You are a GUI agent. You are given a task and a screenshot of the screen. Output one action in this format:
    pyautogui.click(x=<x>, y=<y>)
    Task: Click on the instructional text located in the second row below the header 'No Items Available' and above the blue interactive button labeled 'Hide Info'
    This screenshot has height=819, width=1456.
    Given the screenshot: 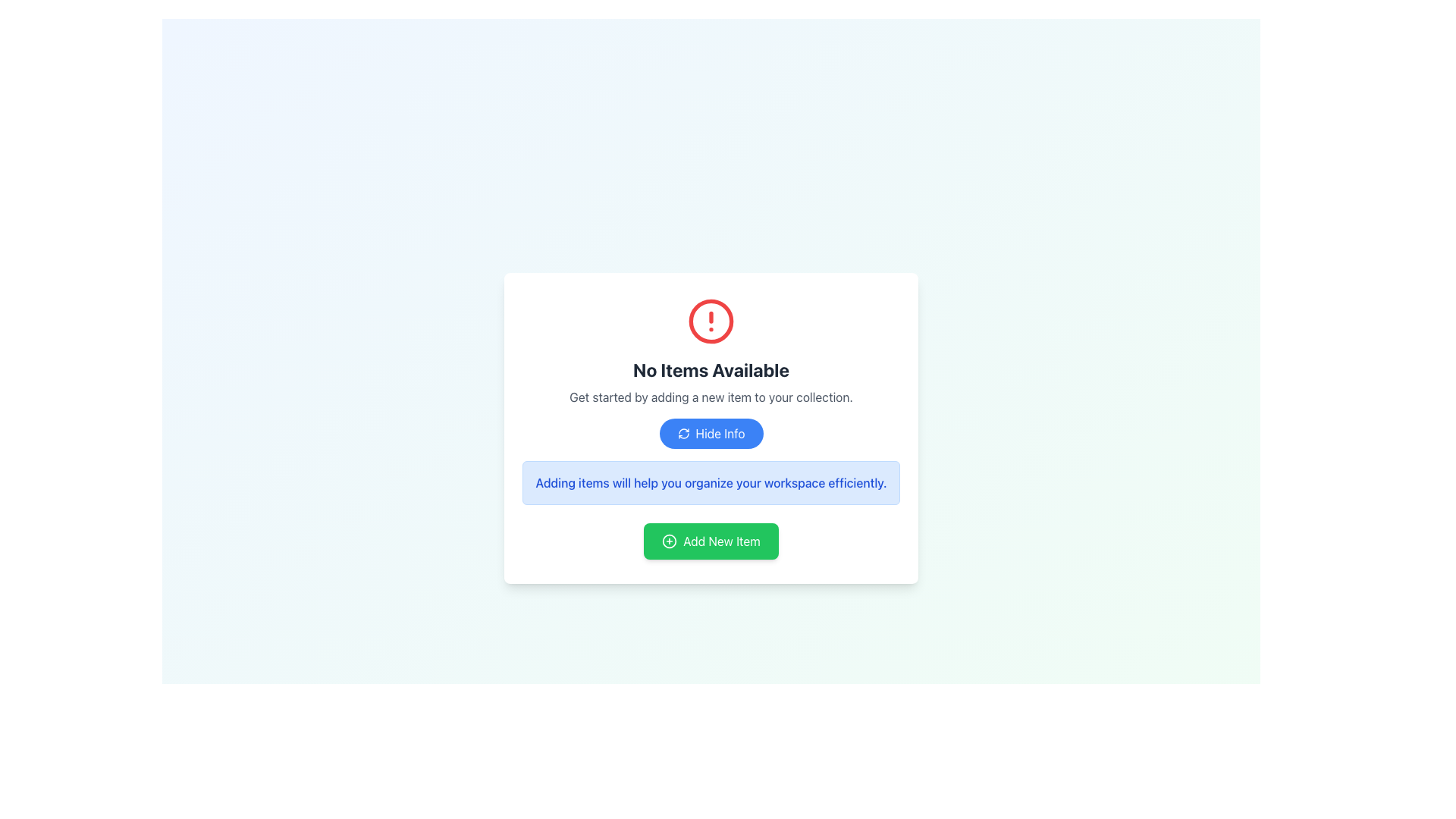 What is the action you would take?
    pyautogui.click(x=710, y=397)
    